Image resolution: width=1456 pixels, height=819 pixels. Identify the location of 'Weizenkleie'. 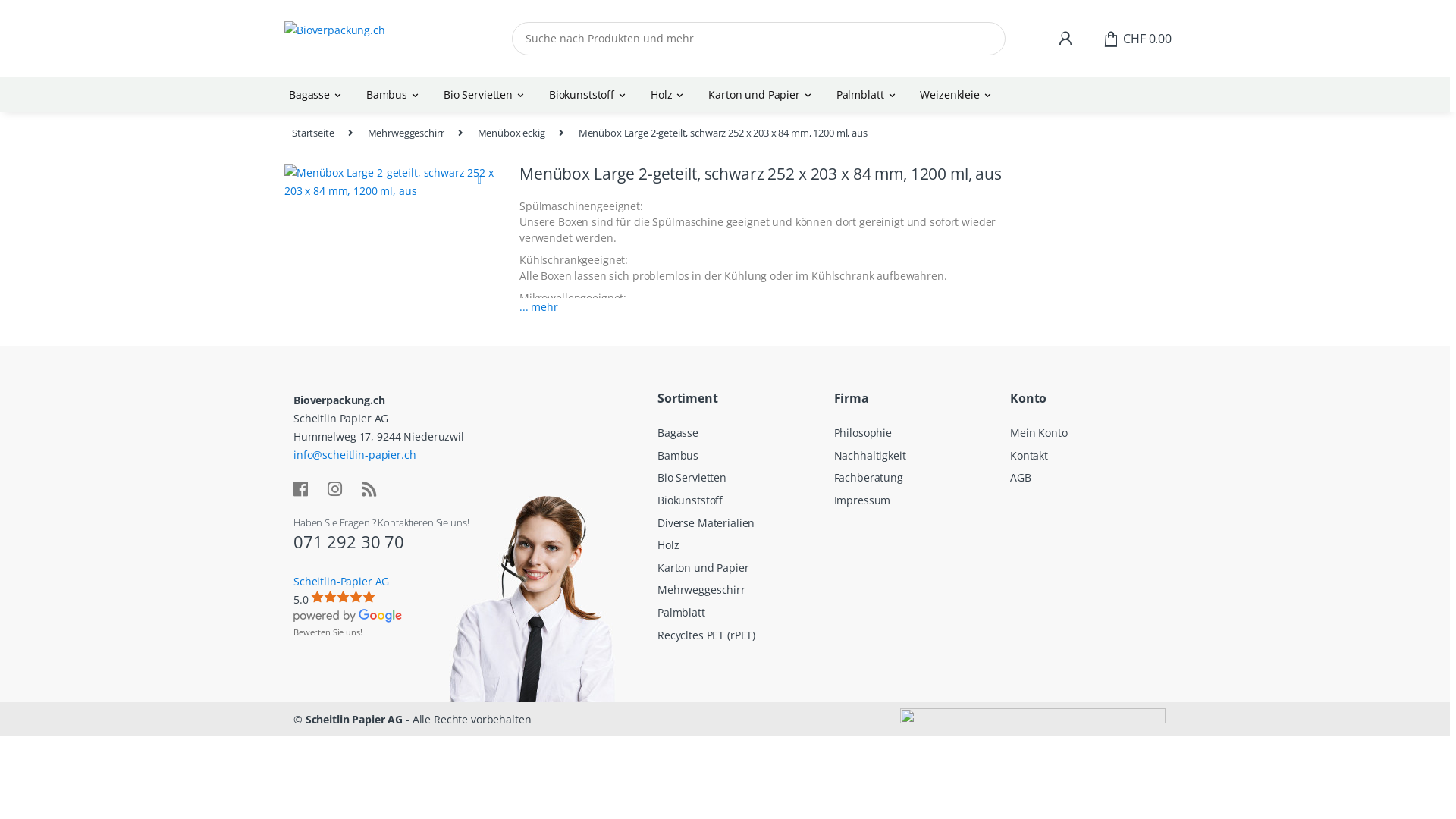
(956, 94).